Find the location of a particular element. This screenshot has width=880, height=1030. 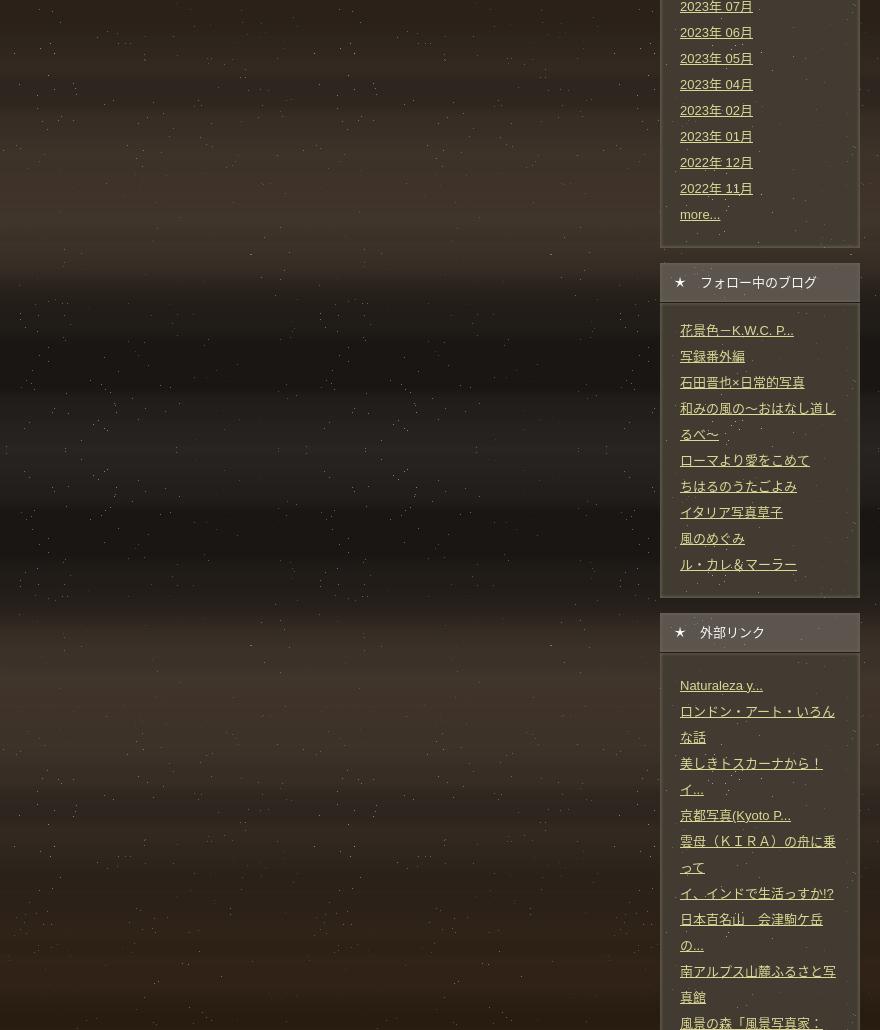

'日本百名山　会津駒ケ岳の...' is located at coordinates (678, 931).